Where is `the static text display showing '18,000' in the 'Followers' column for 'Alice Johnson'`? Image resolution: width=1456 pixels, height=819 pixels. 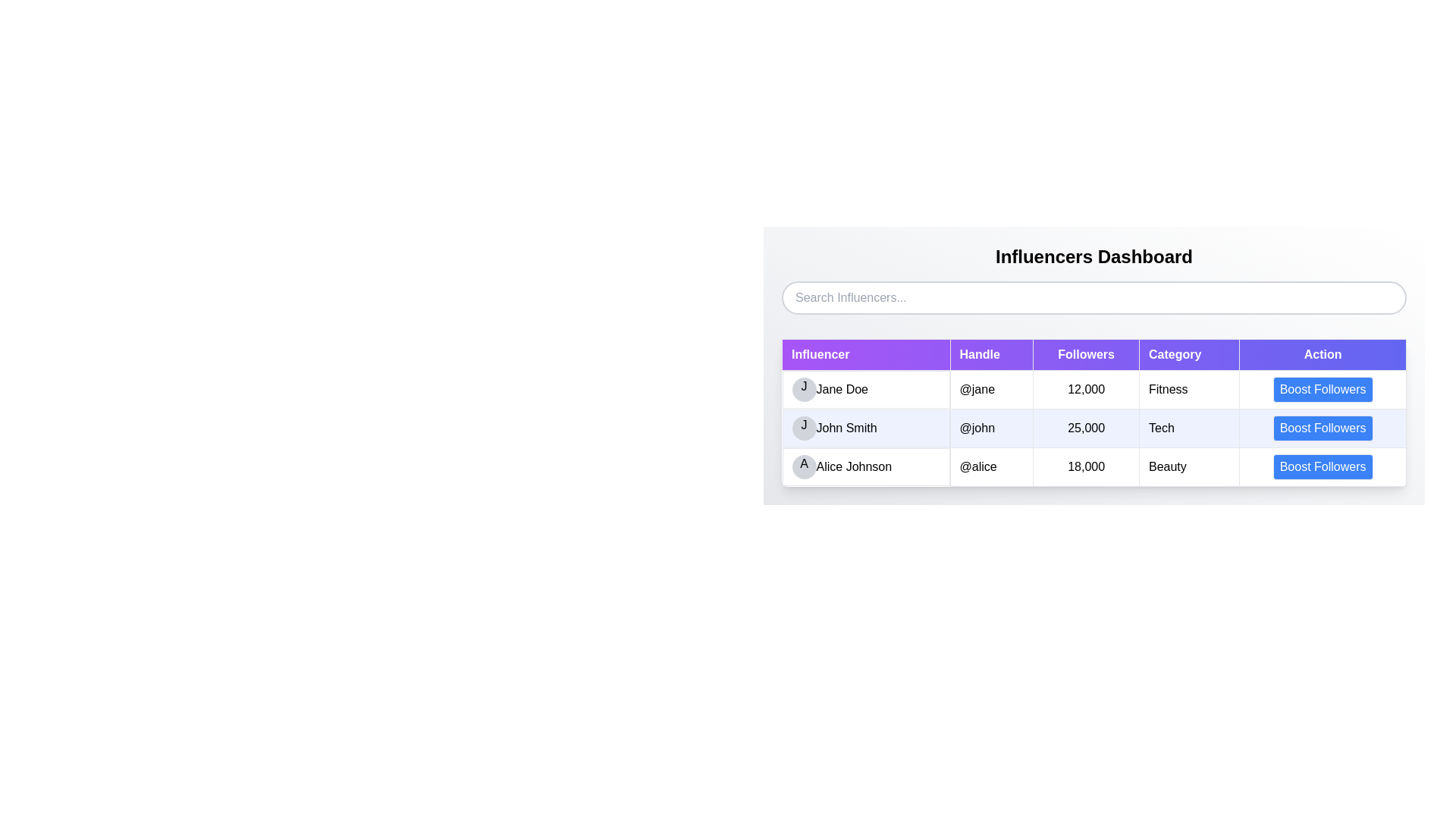 the static text display showing '18,000' in the 'Followers' column for 'Alice Johnson' is located at coordinates (1085, 466).